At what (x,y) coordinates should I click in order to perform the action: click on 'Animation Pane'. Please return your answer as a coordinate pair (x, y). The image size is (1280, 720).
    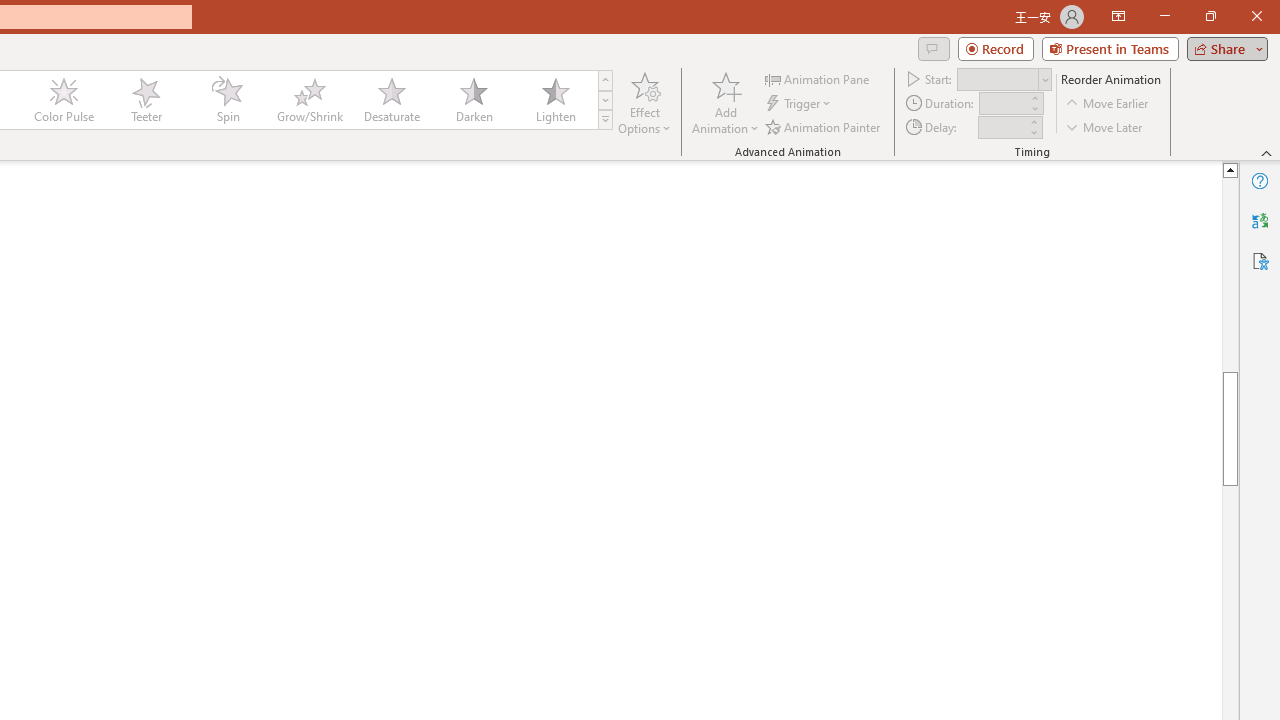
    Looking at the image, I should click on (818, 78).